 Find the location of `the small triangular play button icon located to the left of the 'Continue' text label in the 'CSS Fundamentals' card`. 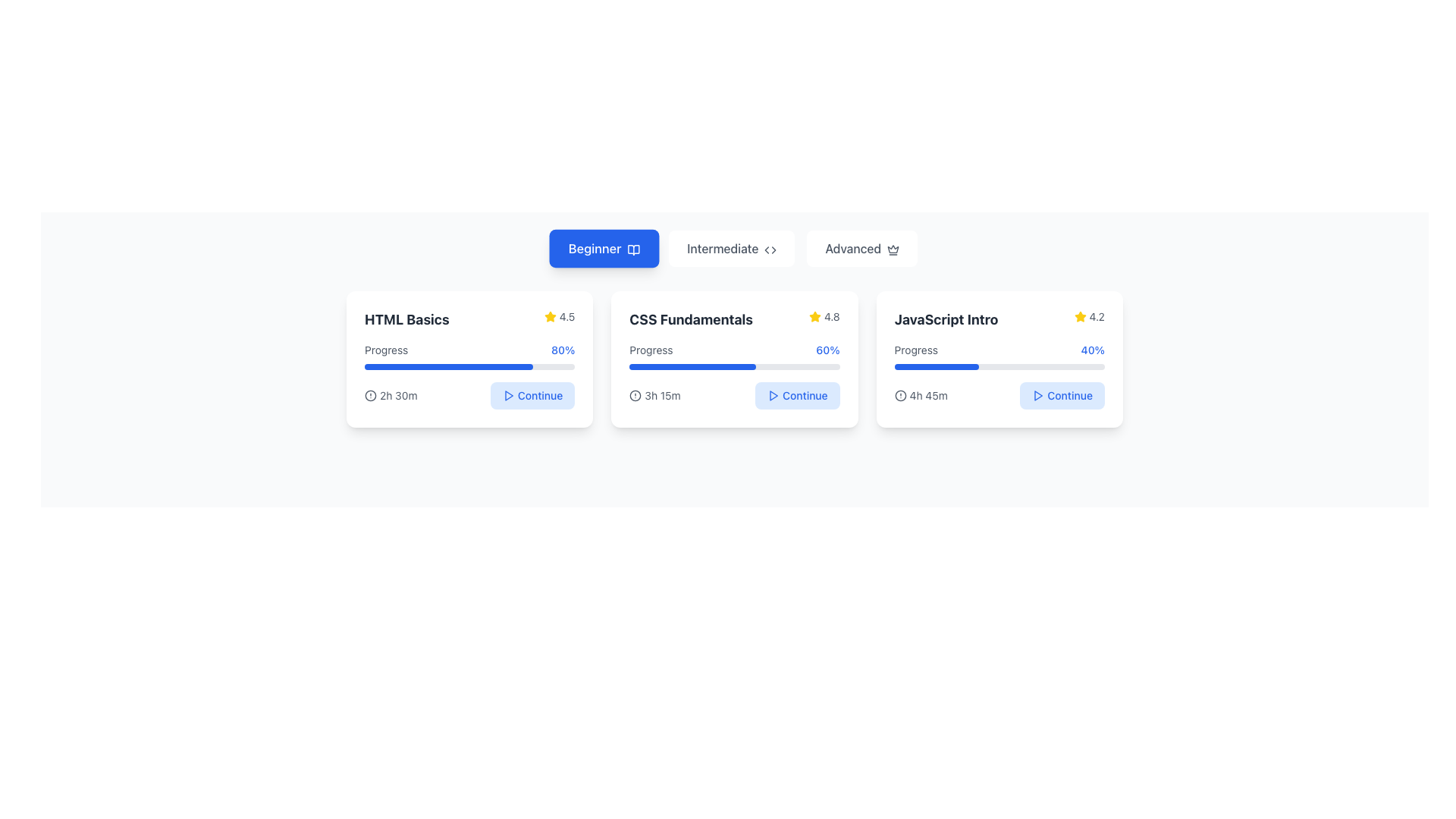

the small triangular play button icon located to the left of the 'Continue' text label in the 'CSS Fundamentals' card is located at coordinates (773, 394).